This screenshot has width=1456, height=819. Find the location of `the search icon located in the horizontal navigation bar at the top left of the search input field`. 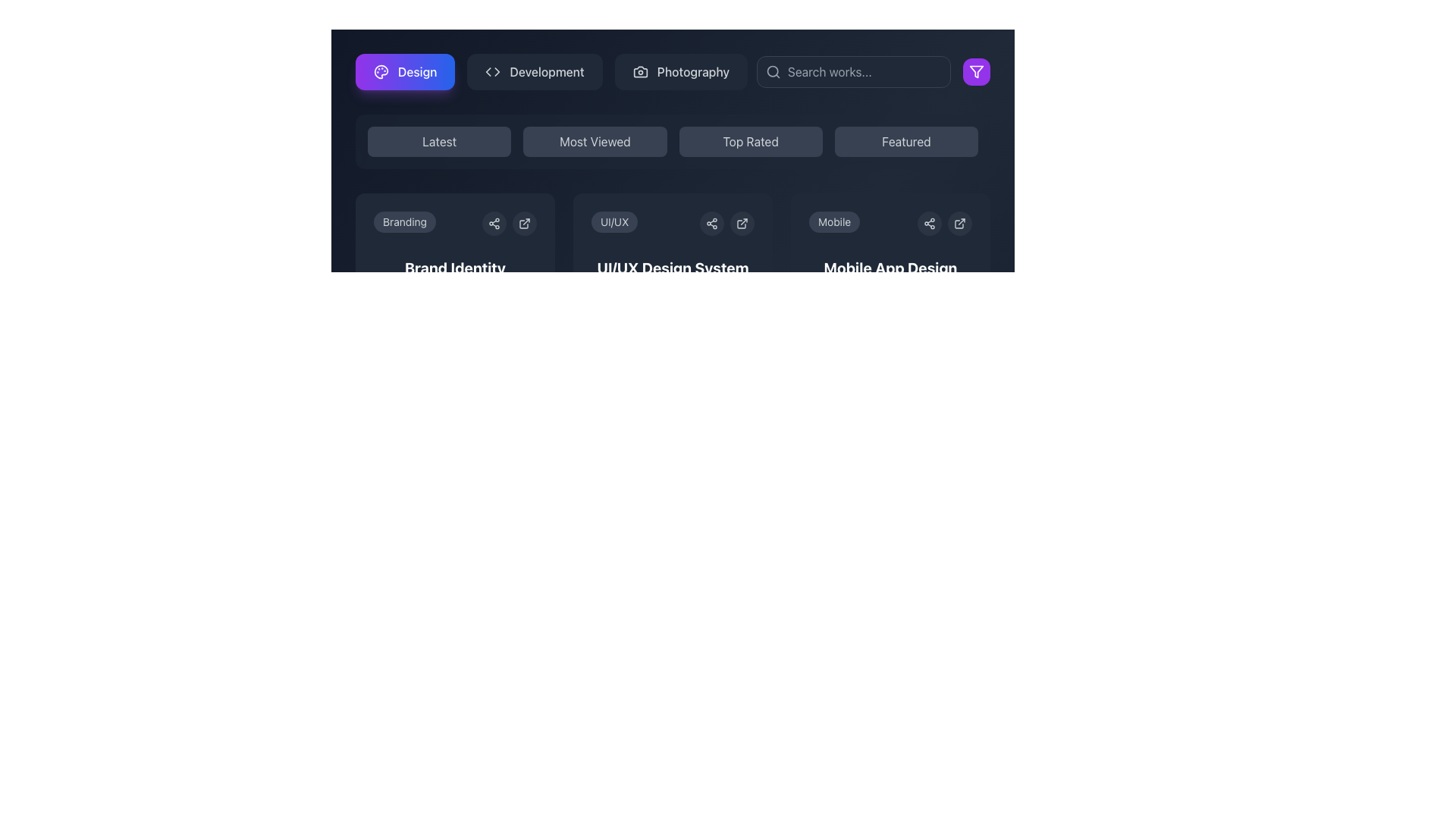

the search icon located in the horizontal navigation bar at the top left of the search input field is located at coordinates (773, 72).